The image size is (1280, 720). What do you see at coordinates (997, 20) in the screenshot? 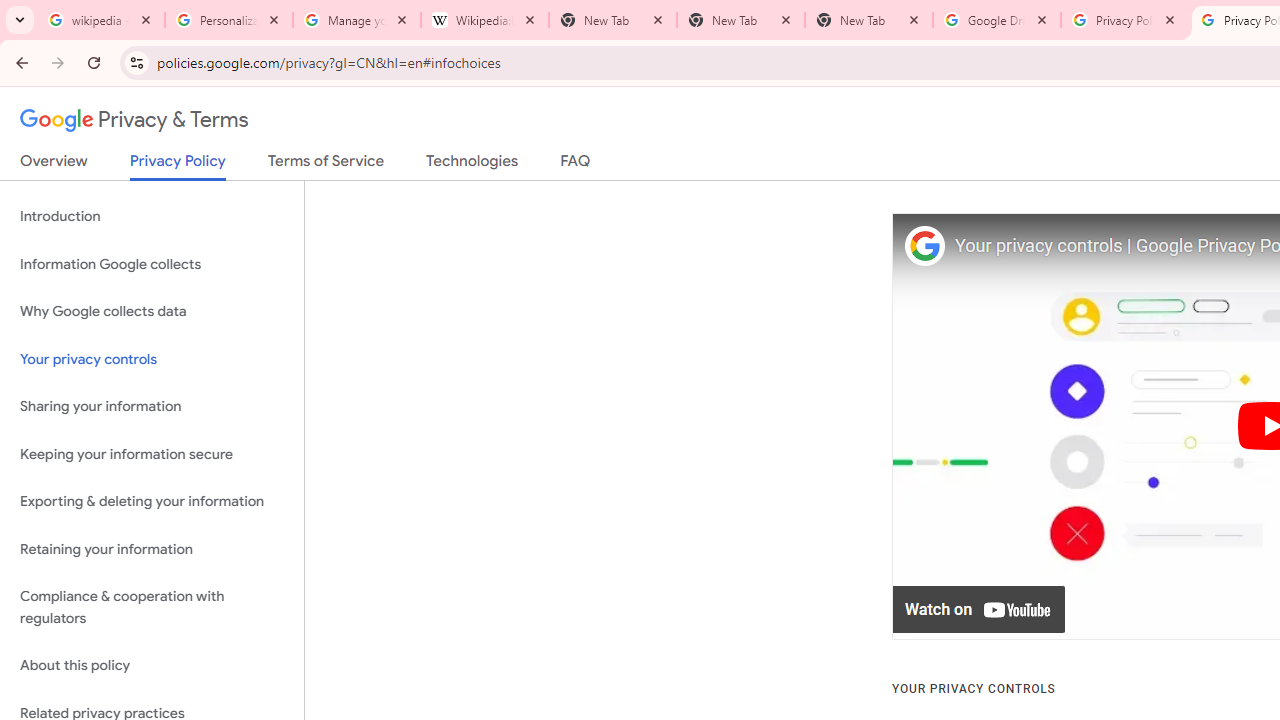
I see `'Google Drive: Sign-in'` at bounding box center [997, 20].